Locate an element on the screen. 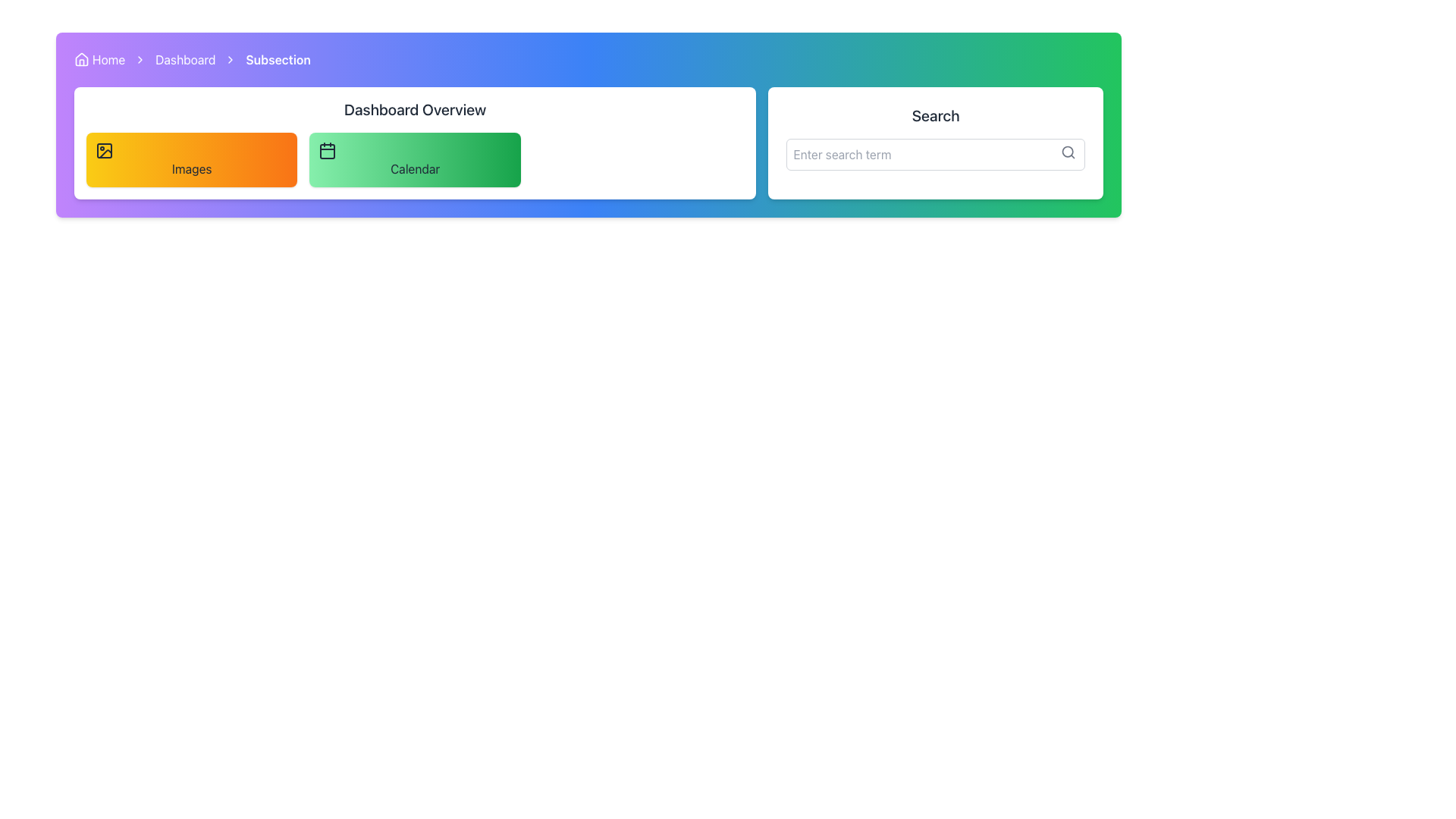 The height and width of the screenshot is (819, 1456). the 'Home' icon in the breadcrumb navigation is located at coordinates (81, 58).